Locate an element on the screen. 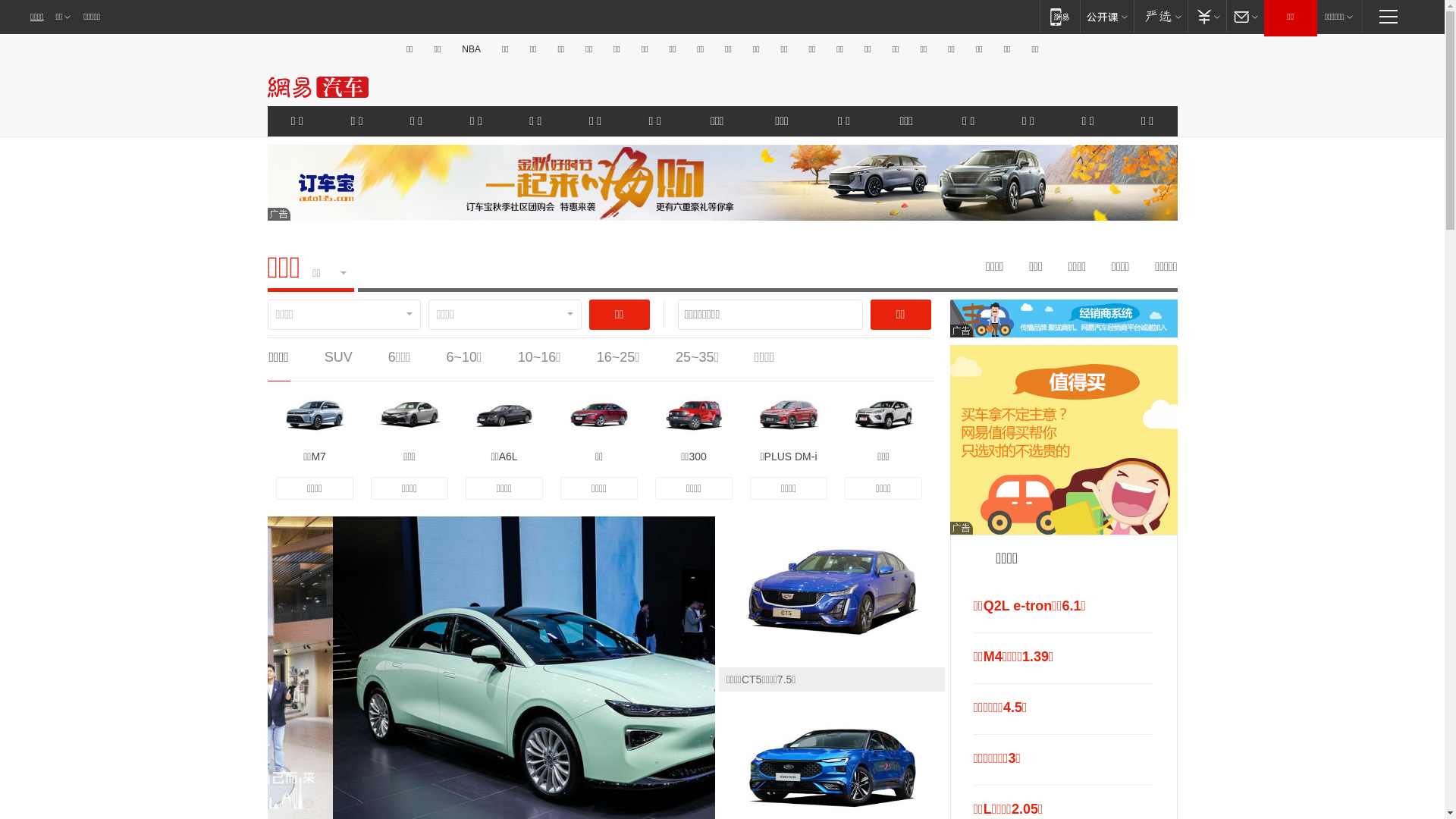 This screenshot has width=1456, height=819. 'NBA' is located at coordinates (470, 49).